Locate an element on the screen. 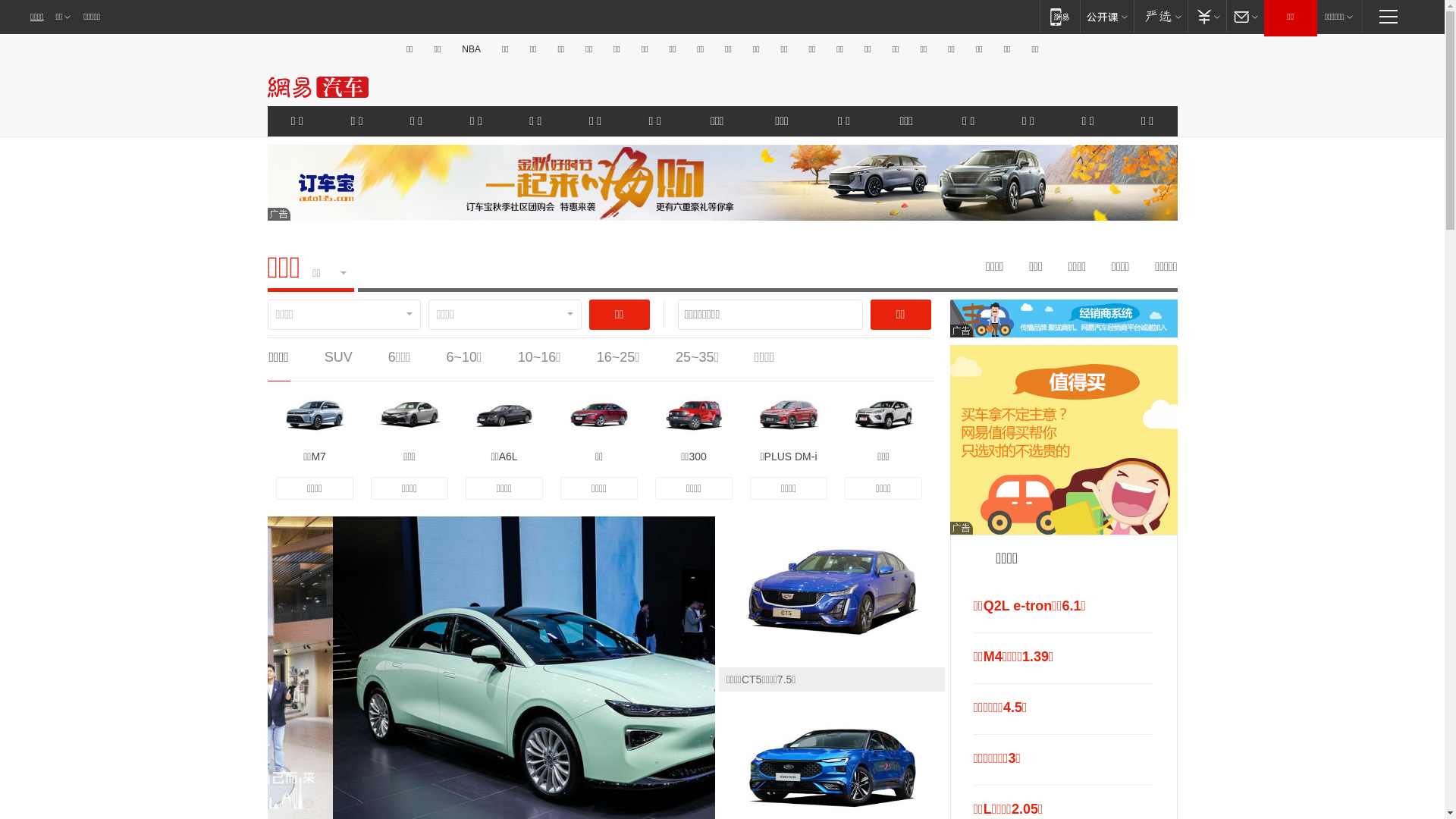 This screenshot has width=1456, height=819. 'NBA' is located at coordinates (470, 49).